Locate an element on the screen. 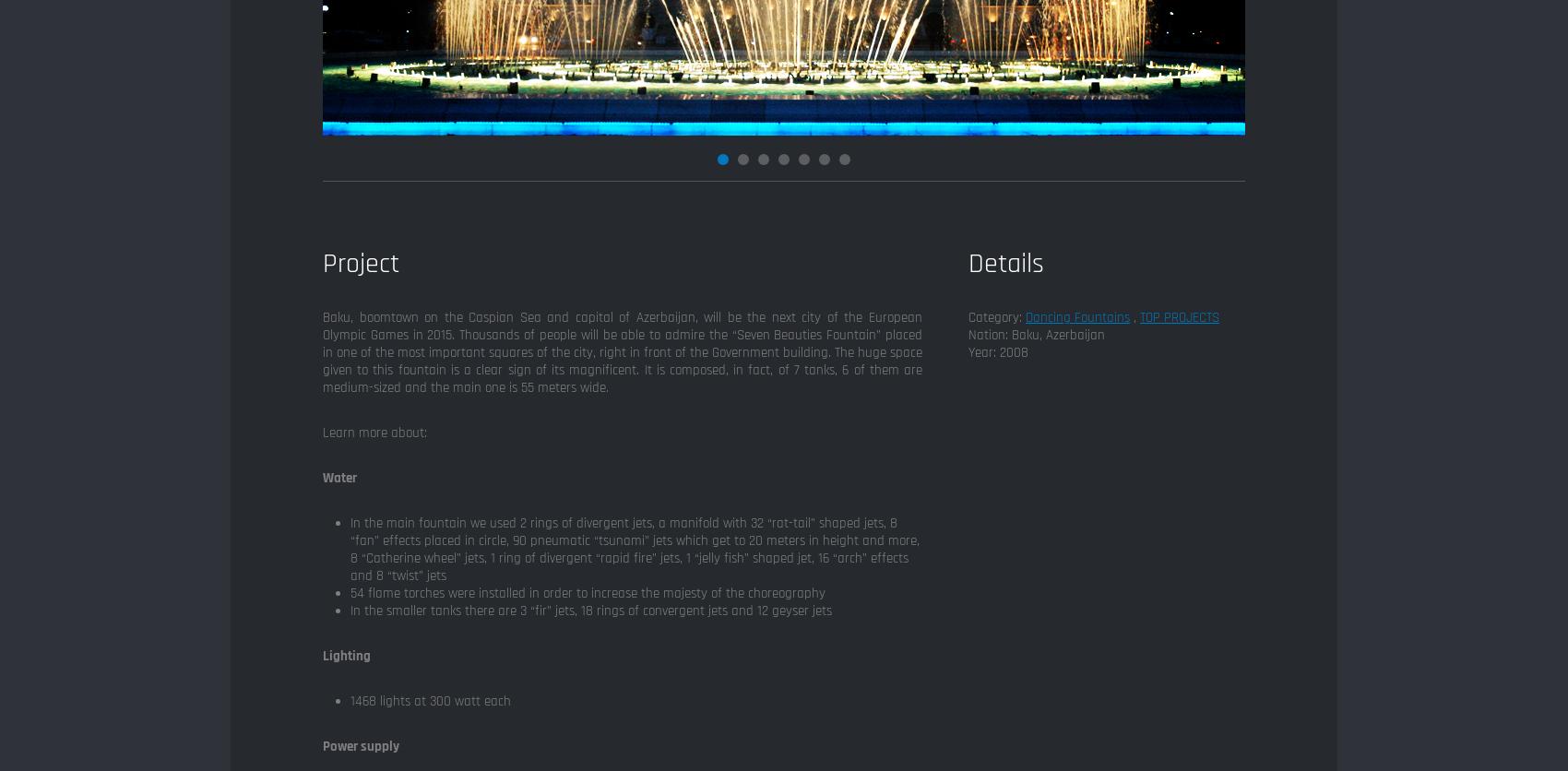 This screenshot has width=1568, height=771. 'Baku, boomtown on the Caspian Sea and capital of Azerbaijan, will be the next city of the European Olympic Games in 2015. Thousands of people will be able to admire the “Seven Beauties Fountain” placed in one of the most important squares of the city, right in front of the Government building. The huge space given to this fountain is a clear sign of its magnificent. It is composed, in fact, of 7 tanks, 6 of them are medium-sized and the main one is 55 meters wide.' is located at coordinates (623, 351).